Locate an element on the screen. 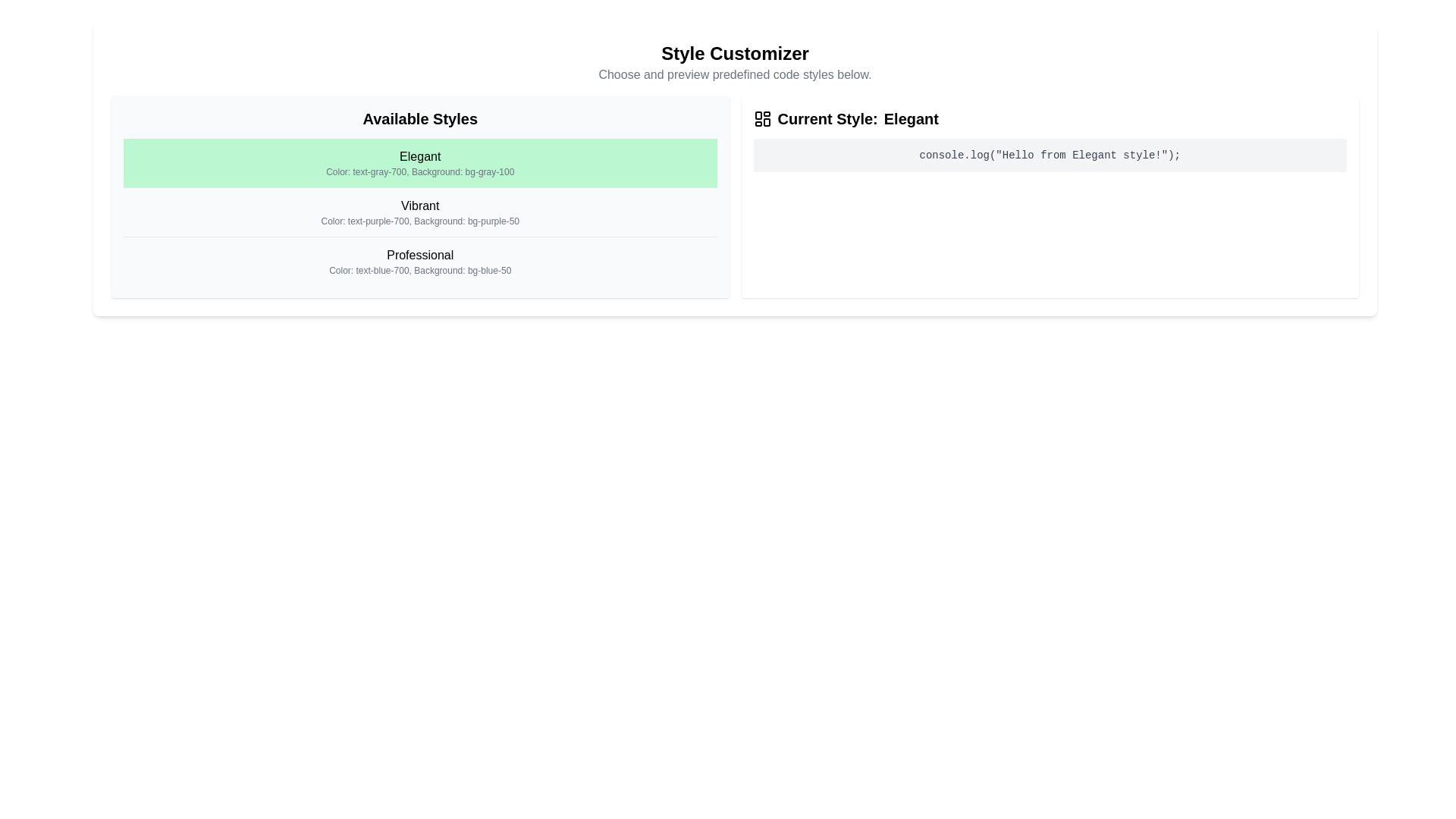 This screenshot has width=1456, height=819. the static text label displaying 'Elegant' in bold, located in the 'Current Style' section, right of the 'Current Style:' label and the layout dashboard icon is located at coordinates (910, 118).